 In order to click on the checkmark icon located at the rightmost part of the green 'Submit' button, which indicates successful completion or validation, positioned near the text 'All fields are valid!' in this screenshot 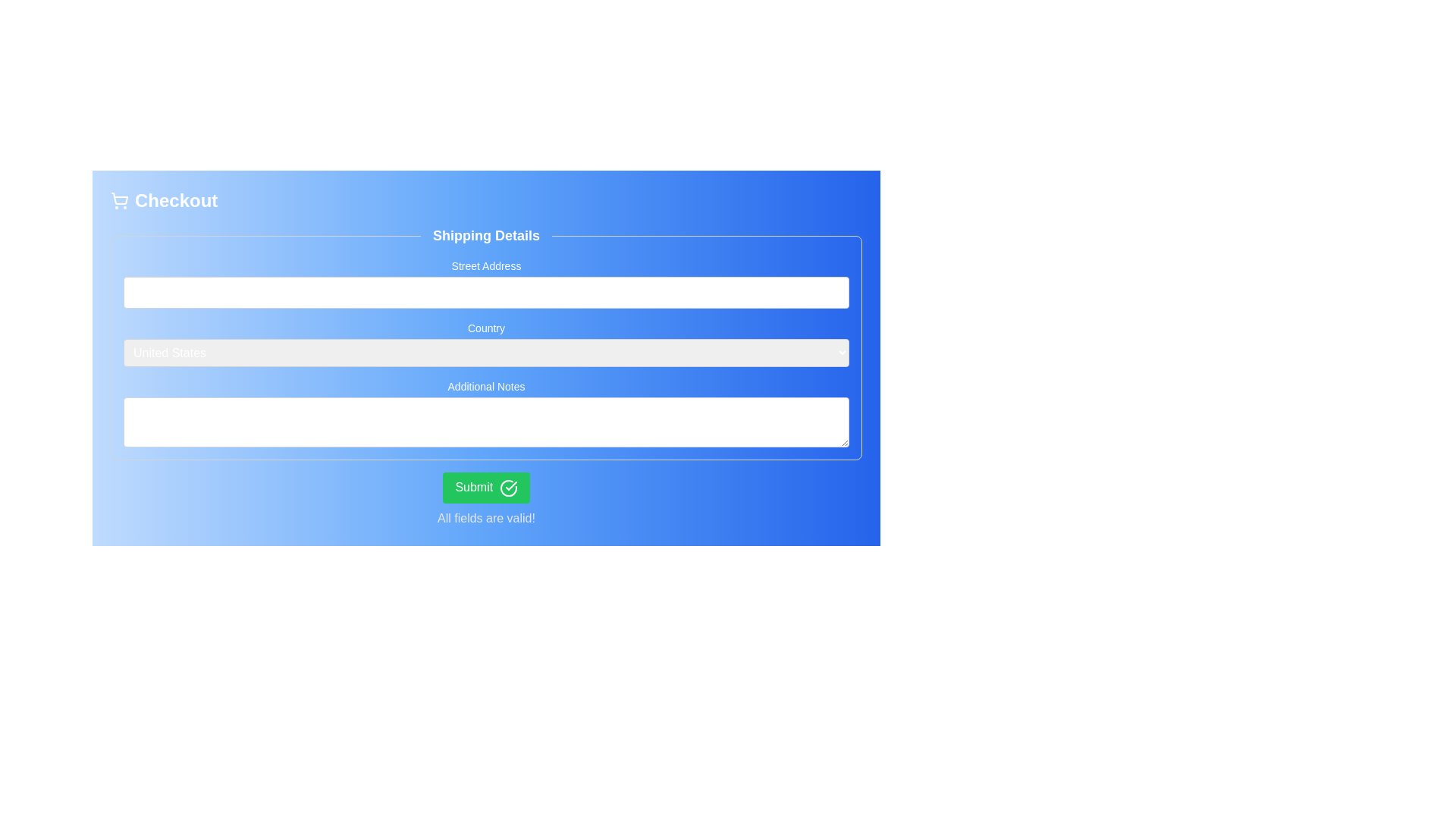, I will do `click(511, 485)`.